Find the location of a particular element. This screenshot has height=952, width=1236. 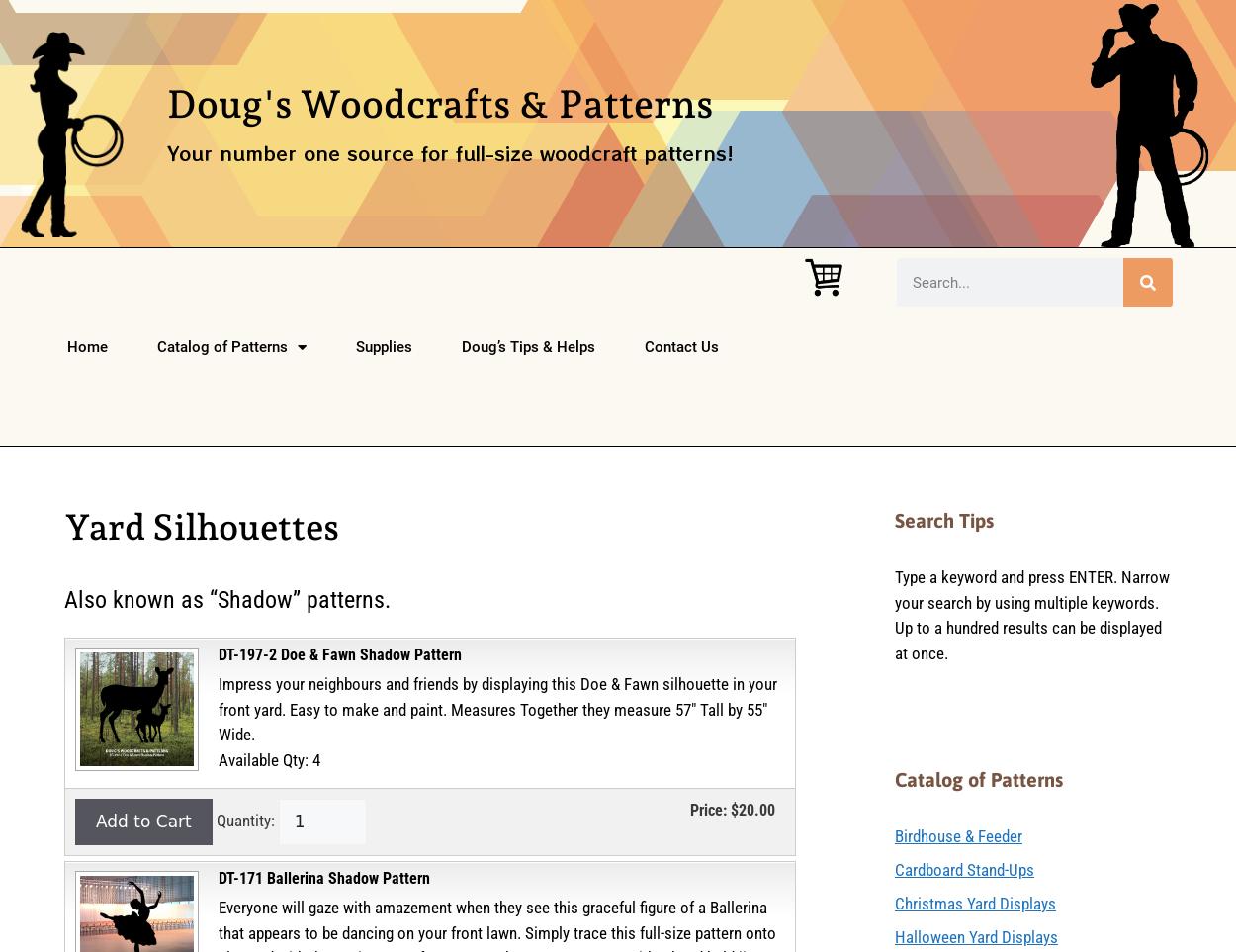

'Supplies' is located at coordinates (354, 346).